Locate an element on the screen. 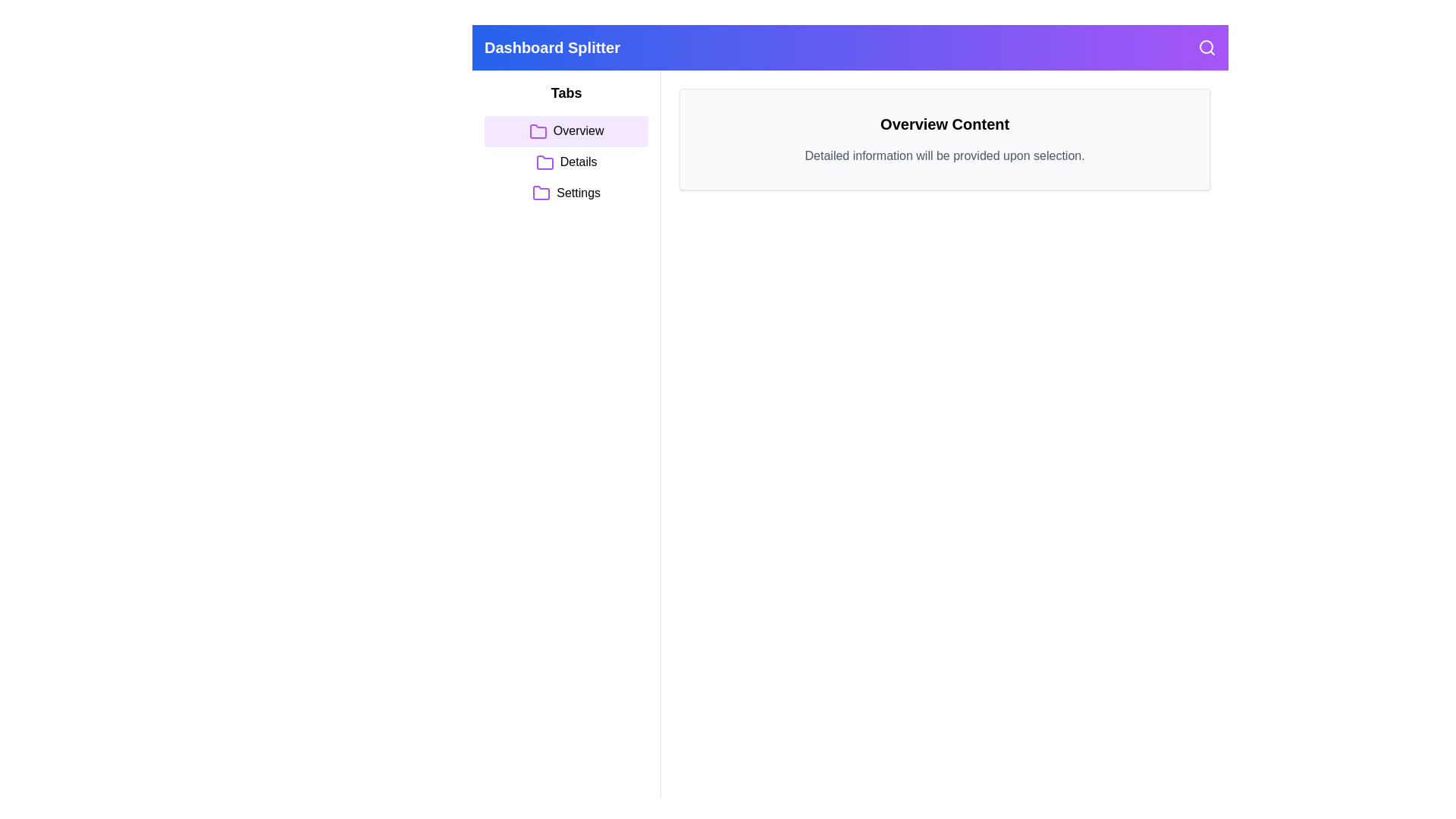  the 'Settings' button located as the third item in the vertical navigation list, directly beneath the 'Details' item is located at coordinates (566, 192).